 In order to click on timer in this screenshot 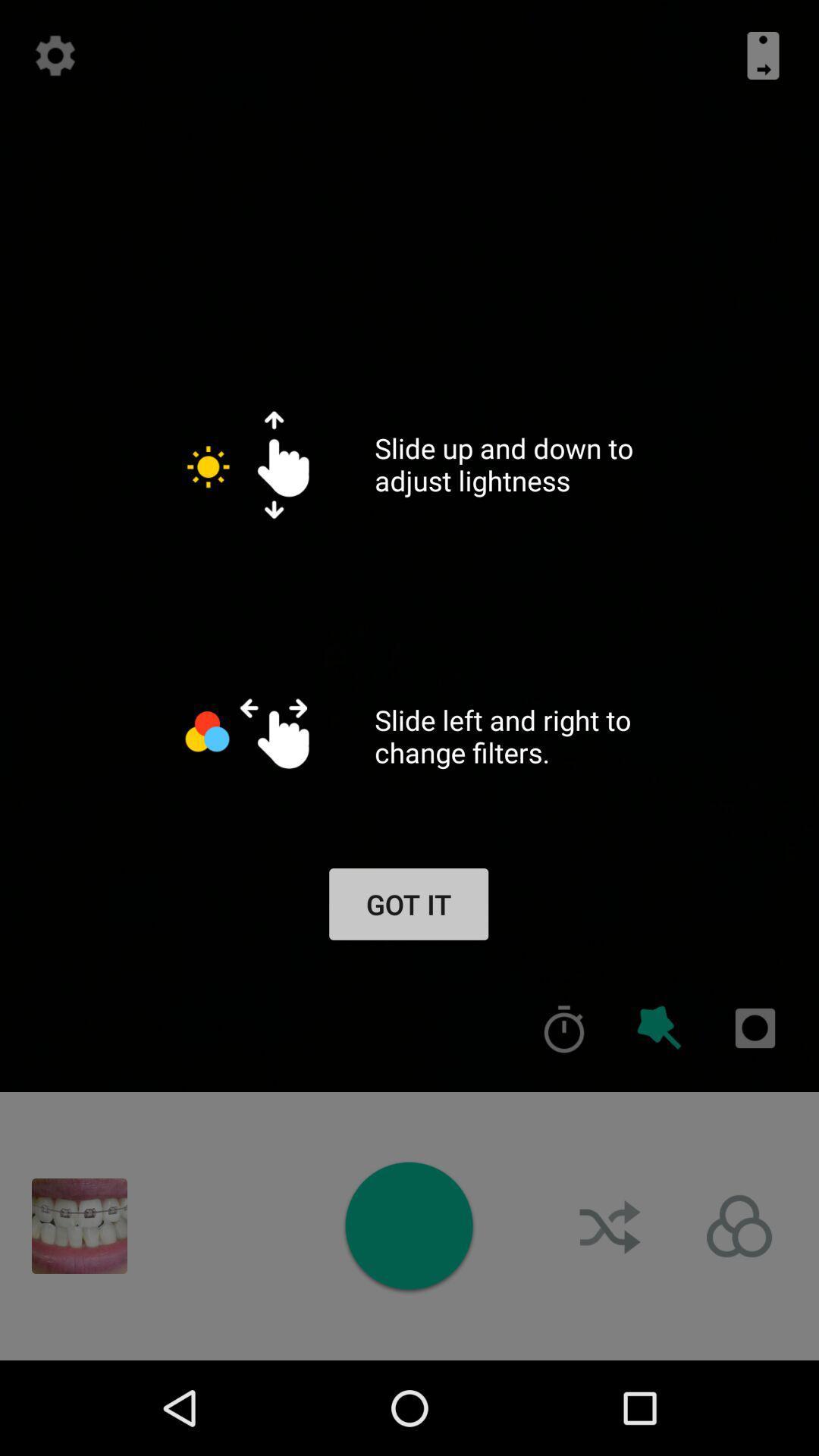, I will do `click(564, 1028)`.